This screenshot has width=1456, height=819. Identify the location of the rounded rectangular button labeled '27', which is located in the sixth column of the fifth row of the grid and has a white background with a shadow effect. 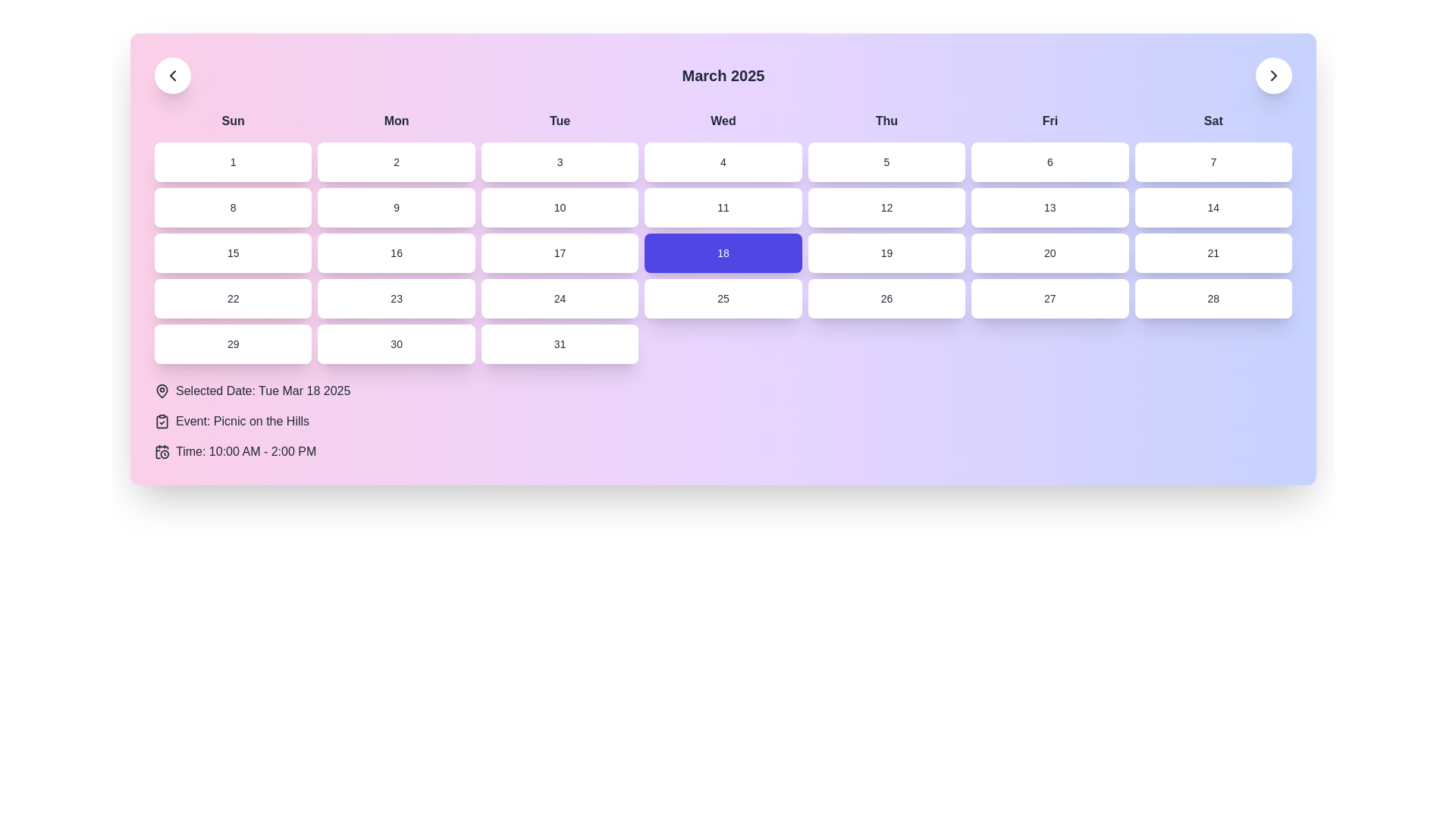
(1049, 298).